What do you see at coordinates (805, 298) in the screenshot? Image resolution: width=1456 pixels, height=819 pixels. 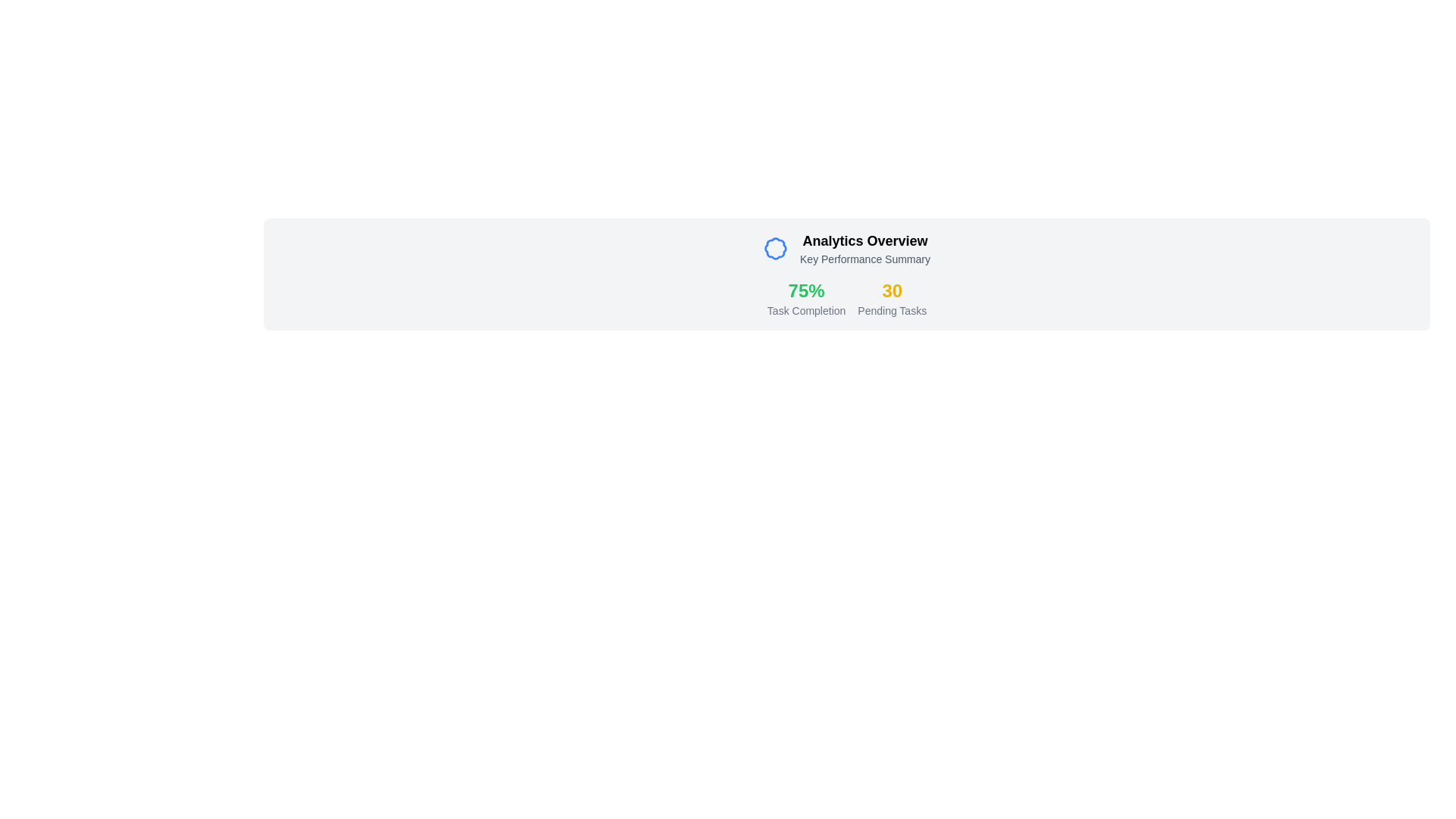 I see `the informational display element that visually represents the percentage of task completion, located beneath the 'Analytics Overview' header and to the left of the '30 Pending Tasks' element` at bounding box center [805, 298].